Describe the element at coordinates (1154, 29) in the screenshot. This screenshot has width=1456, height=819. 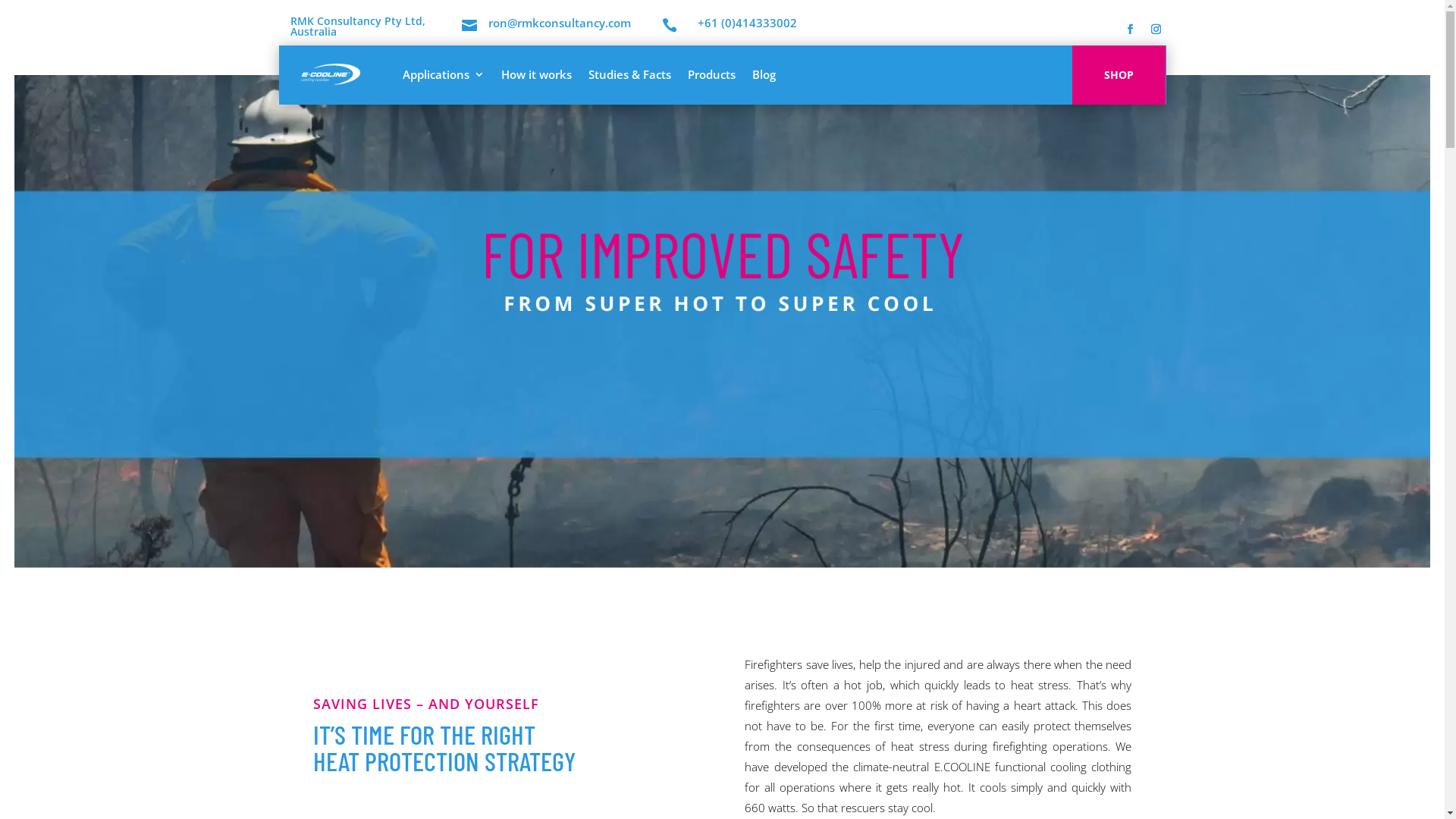
I see `'Follow on Instagram'` at that location.